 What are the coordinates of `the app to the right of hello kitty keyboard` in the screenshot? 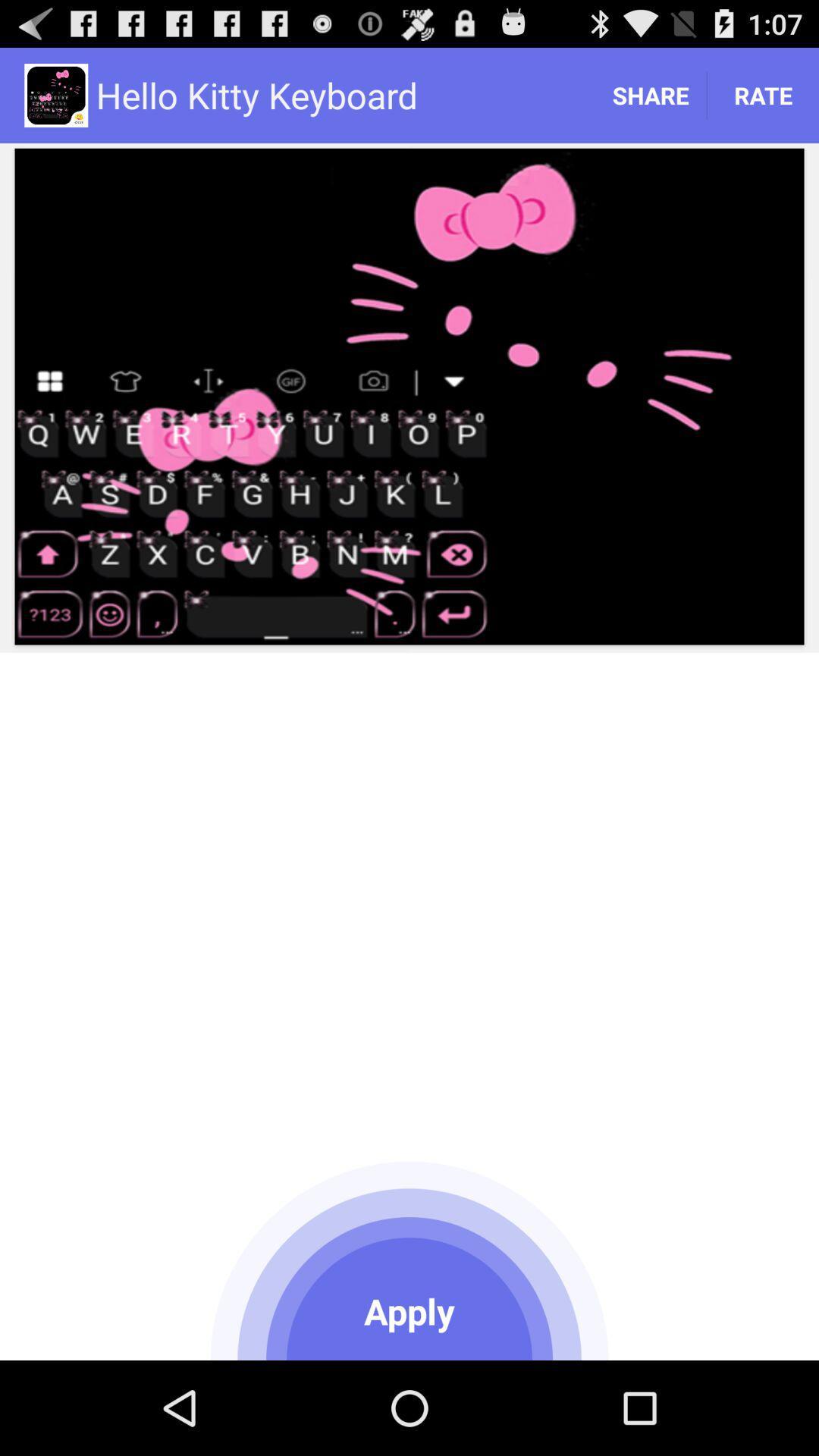 It's located at (649, 94).